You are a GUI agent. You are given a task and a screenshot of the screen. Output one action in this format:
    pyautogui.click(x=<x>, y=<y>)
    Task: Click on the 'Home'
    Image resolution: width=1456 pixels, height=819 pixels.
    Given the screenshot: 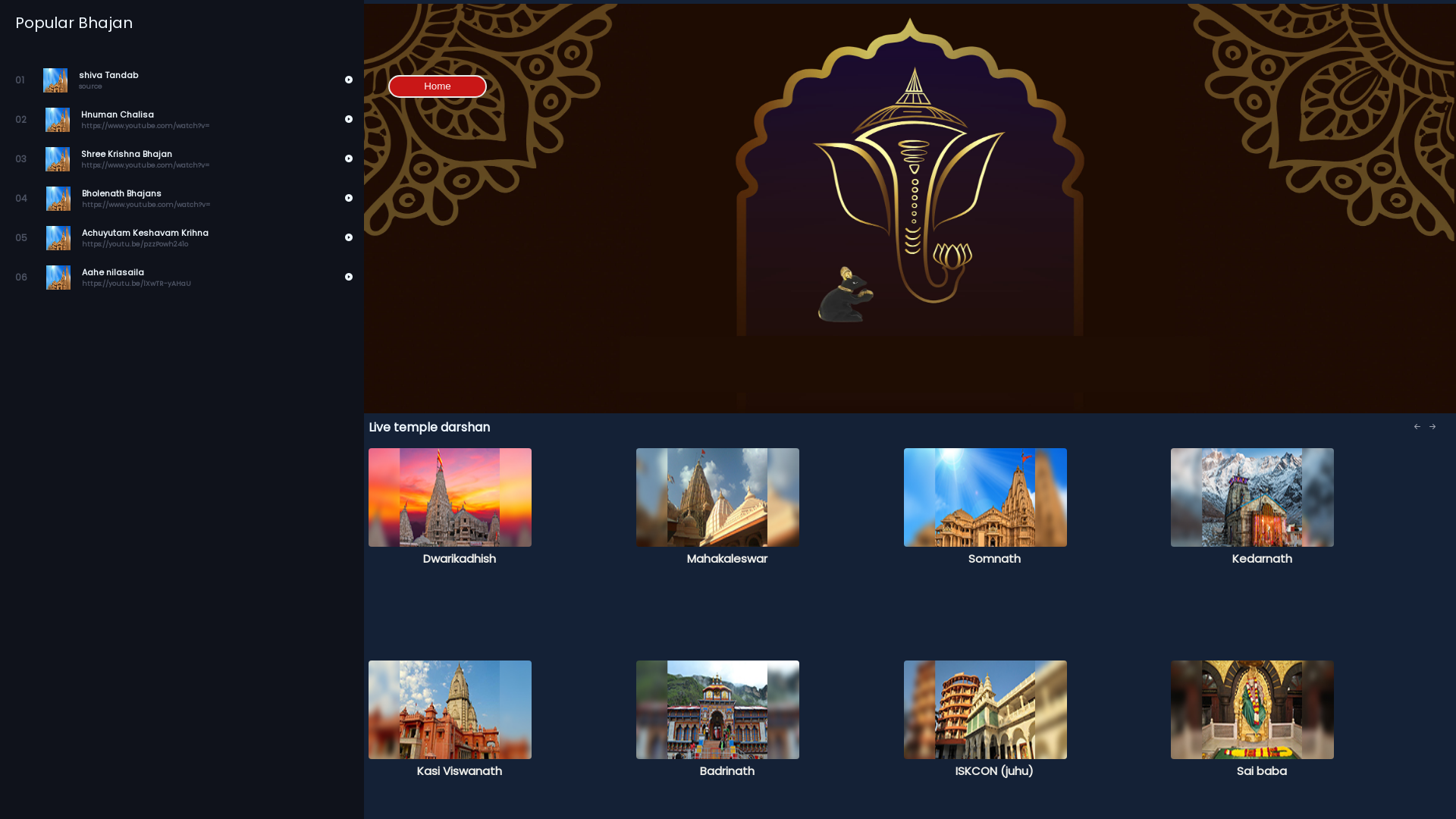 What is the action you would take?
    pyautogui.click(x=436, y=85)
    